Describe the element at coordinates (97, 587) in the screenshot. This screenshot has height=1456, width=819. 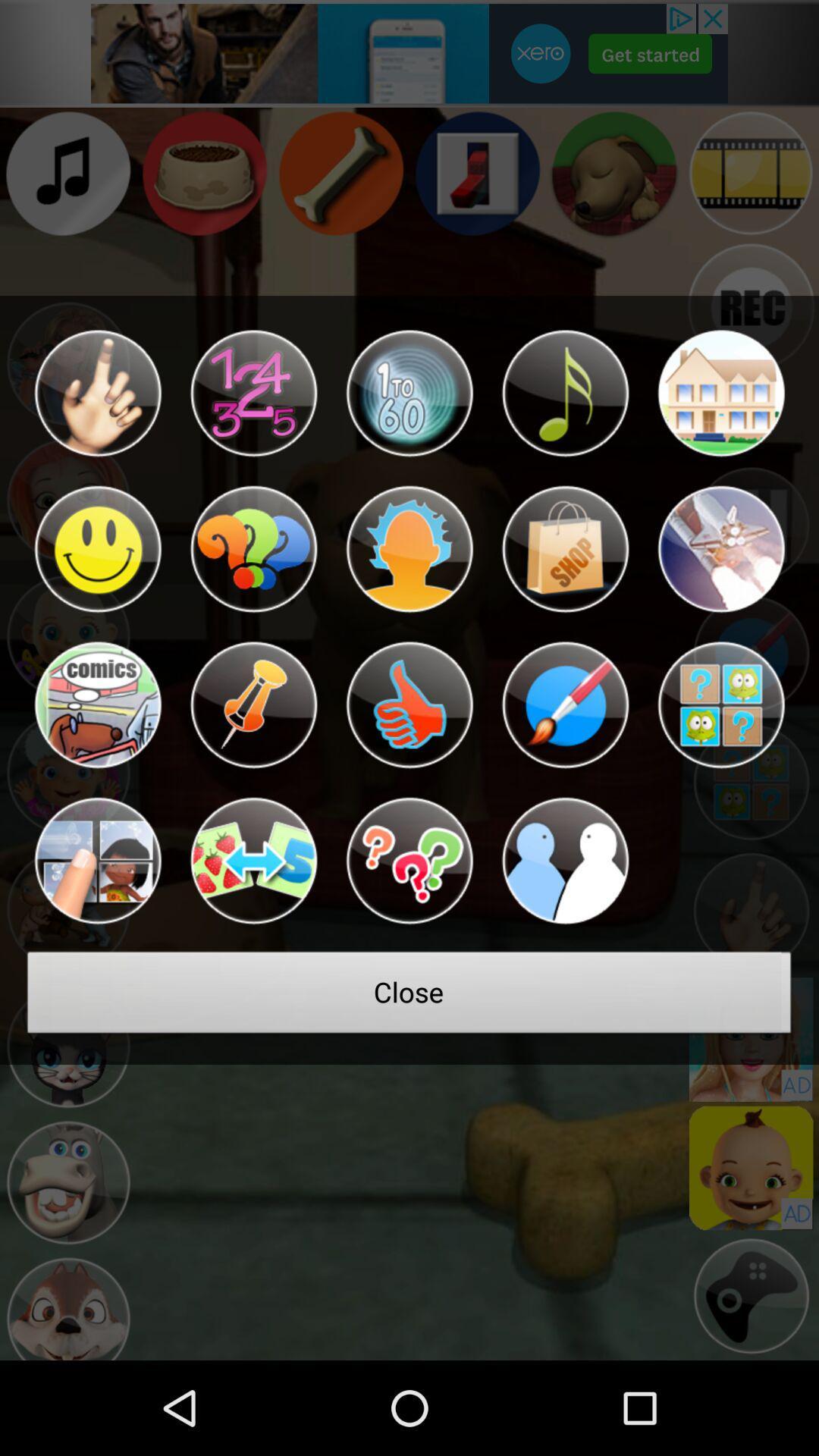
I see `the emoji icon` at that location.